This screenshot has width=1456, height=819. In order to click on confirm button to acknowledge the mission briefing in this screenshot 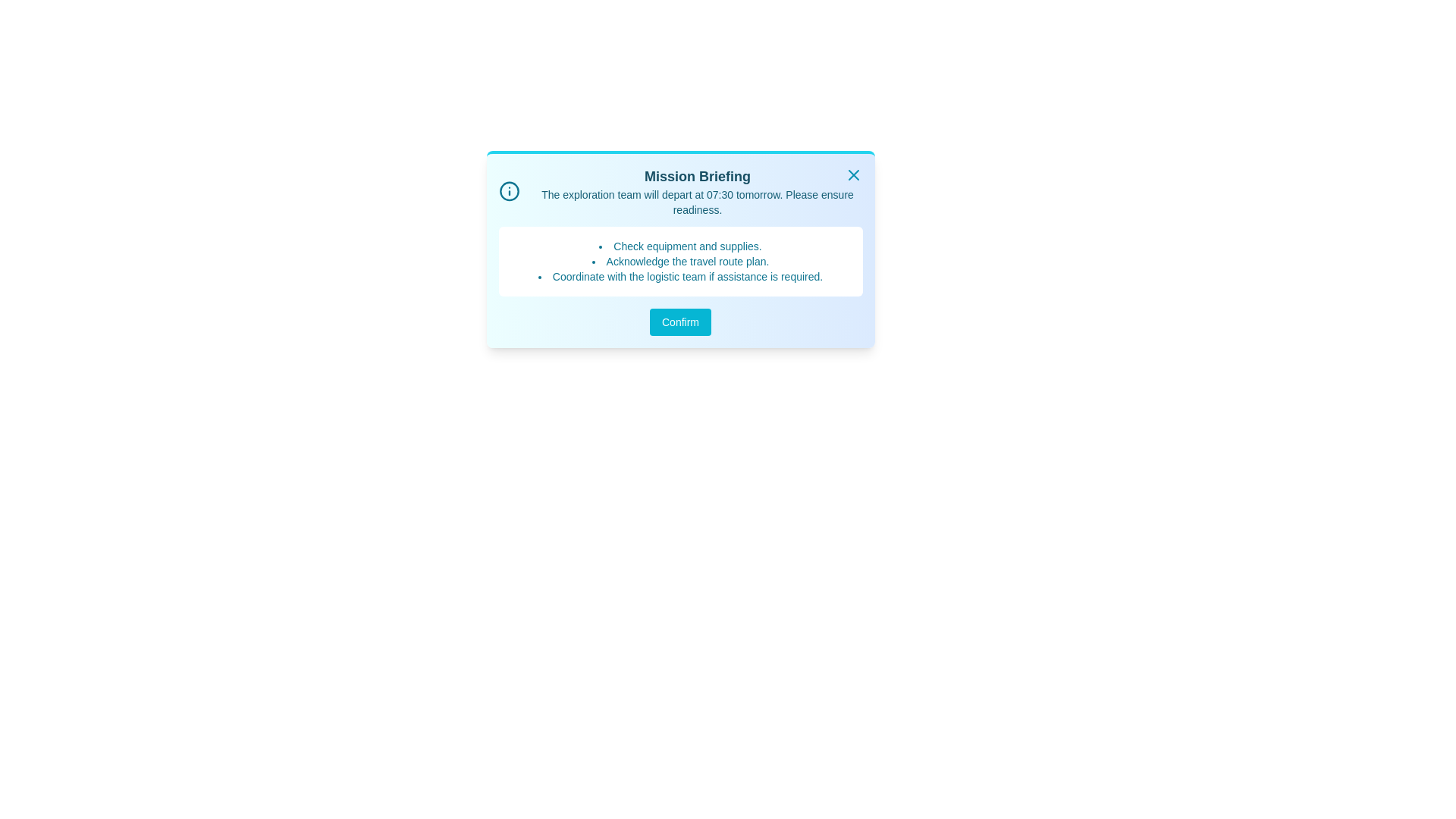, I will do `click(679, 321)`.